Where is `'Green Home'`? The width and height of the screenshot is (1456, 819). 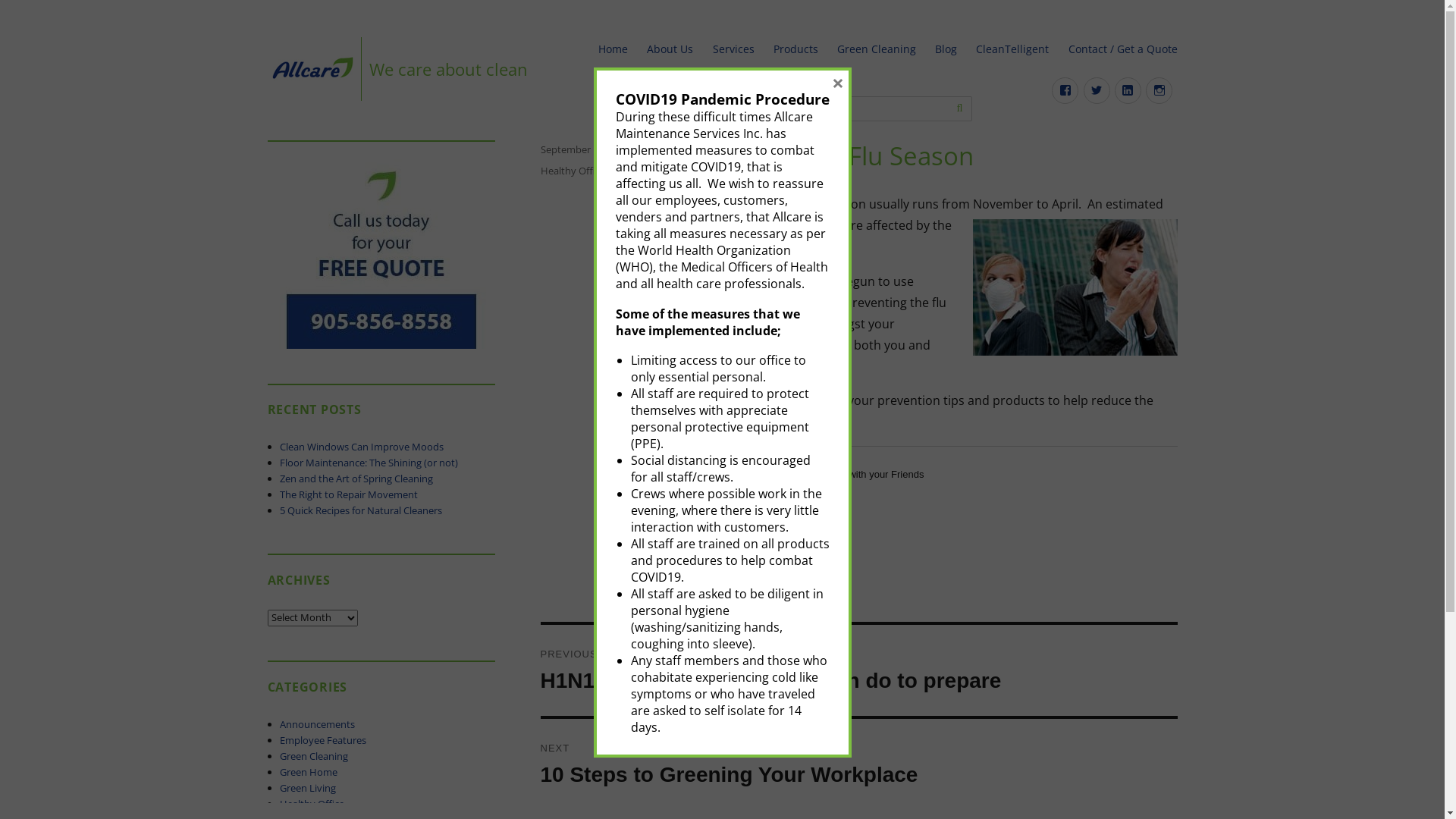
'Green Home' is located at coordinates (308, 772).